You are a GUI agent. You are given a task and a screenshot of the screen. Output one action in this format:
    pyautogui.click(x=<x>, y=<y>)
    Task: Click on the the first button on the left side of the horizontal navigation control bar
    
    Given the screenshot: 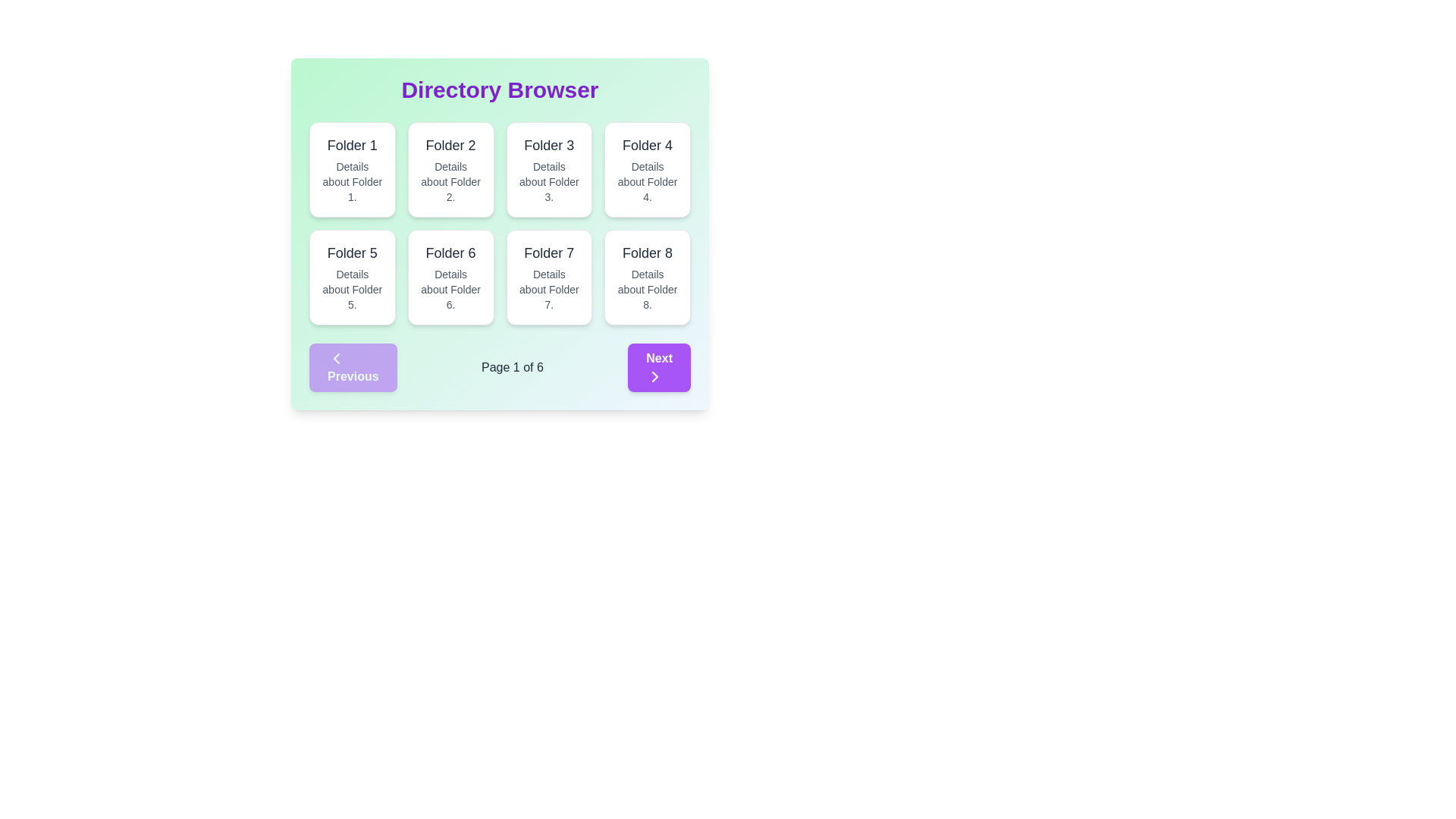 What is the action you would take?
    pyautogui.click(x=352, y=368)
    